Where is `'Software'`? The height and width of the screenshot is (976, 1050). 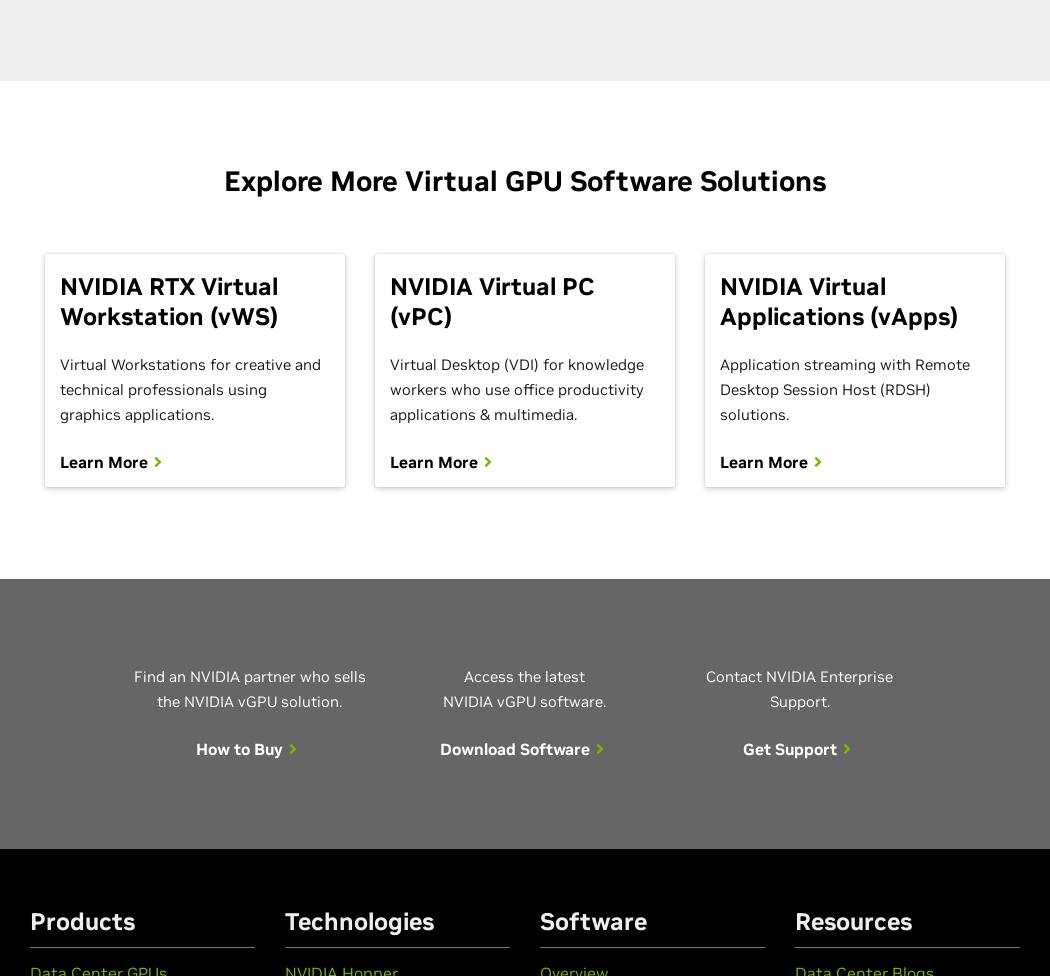 'Software' is located at coordinates (592, 920).